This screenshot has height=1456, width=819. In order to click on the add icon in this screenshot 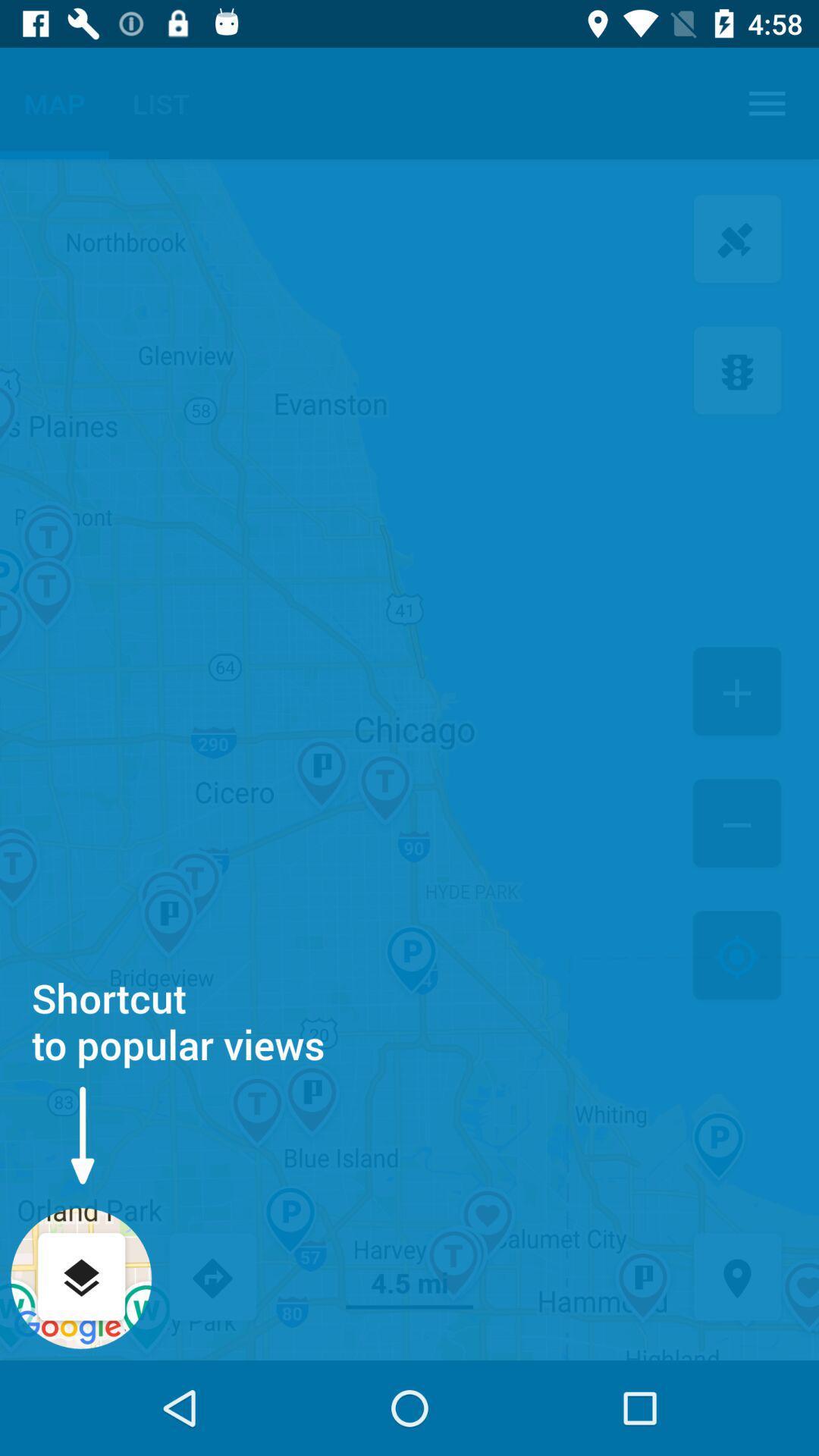, I will do `click(736, 692)`.